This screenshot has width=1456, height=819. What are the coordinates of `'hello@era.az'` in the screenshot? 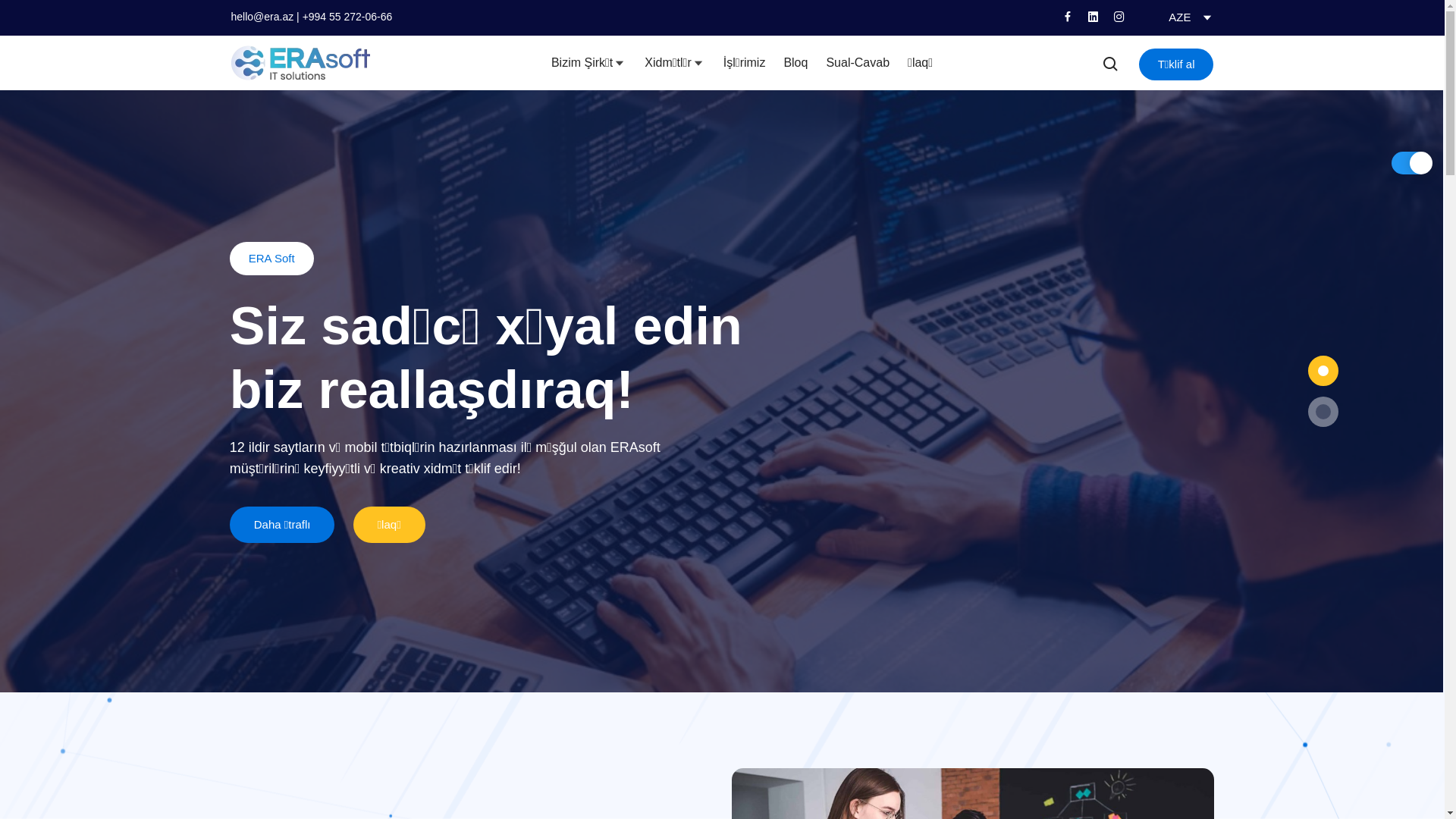 It's located at (229, 17).